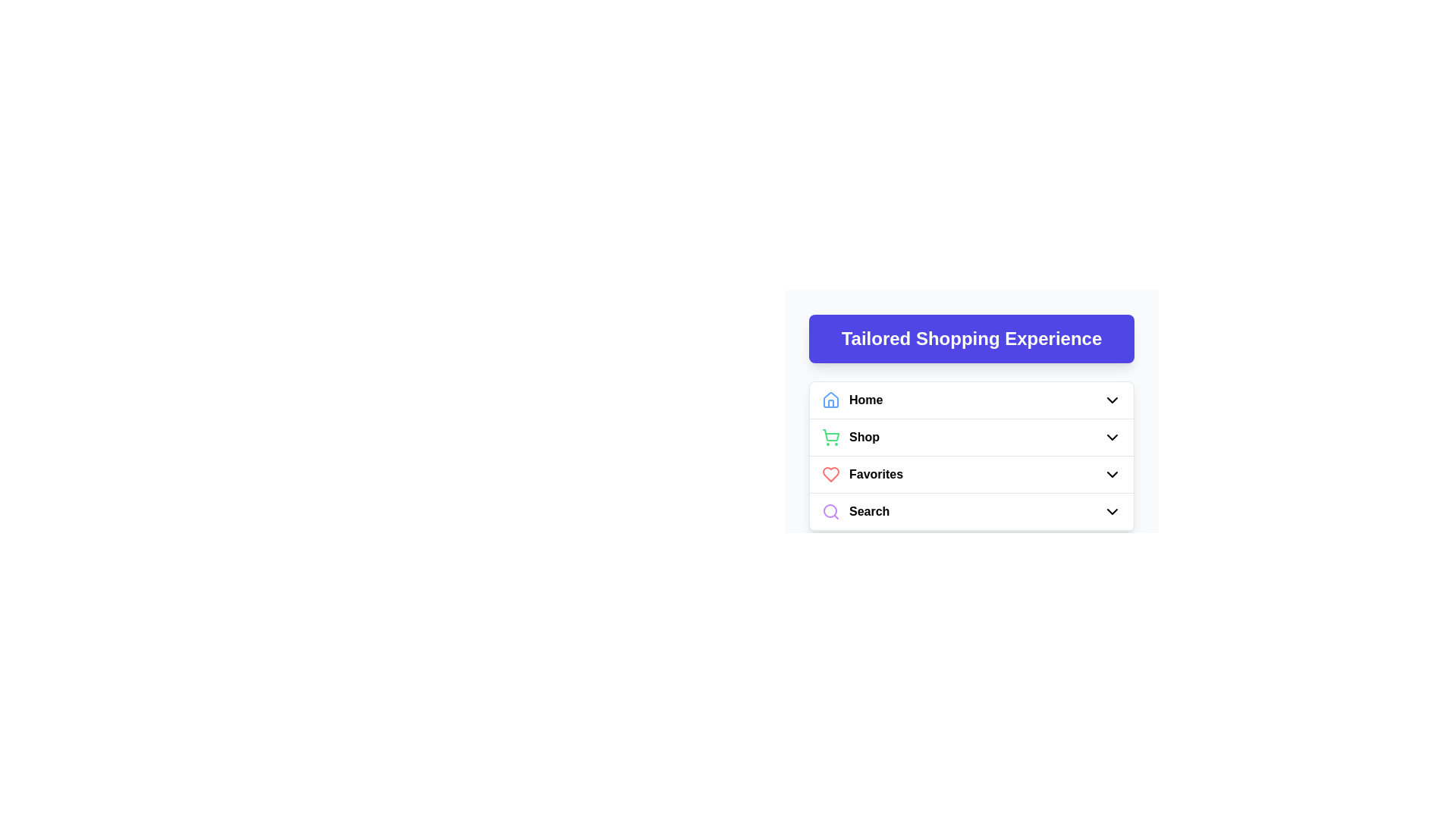 Image resolution: width=1456 pixels, height=819 pixels. What do you see at coordinates (851, 438) in the screenshot?
I see `the Navigation link that features a green shopping cart icon followed by the bold text 'Shop'` at bounding box center [851, 438].